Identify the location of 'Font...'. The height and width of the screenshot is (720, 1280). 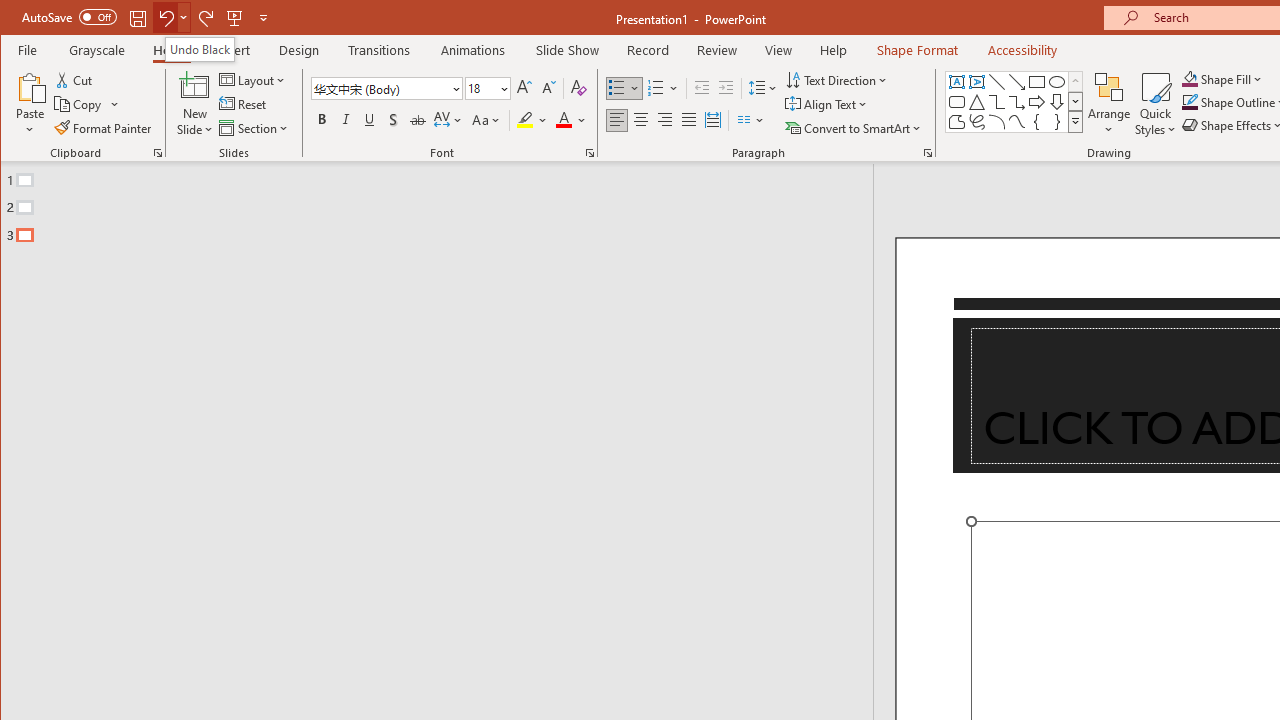
(589, 152).